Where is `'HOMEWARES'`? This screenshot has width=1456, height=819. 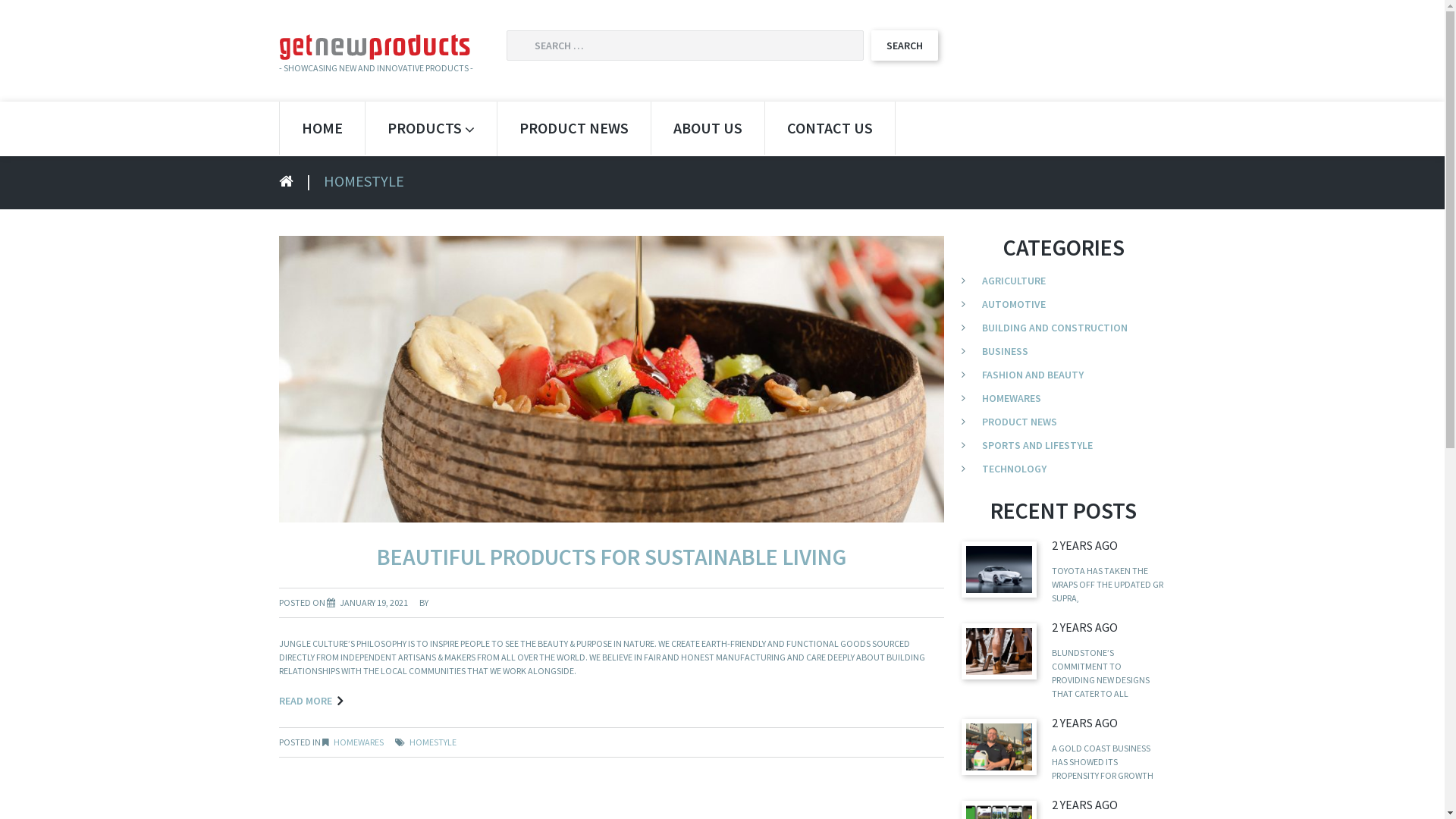
'HOMEWARES' is located at coordinates (358, 741).